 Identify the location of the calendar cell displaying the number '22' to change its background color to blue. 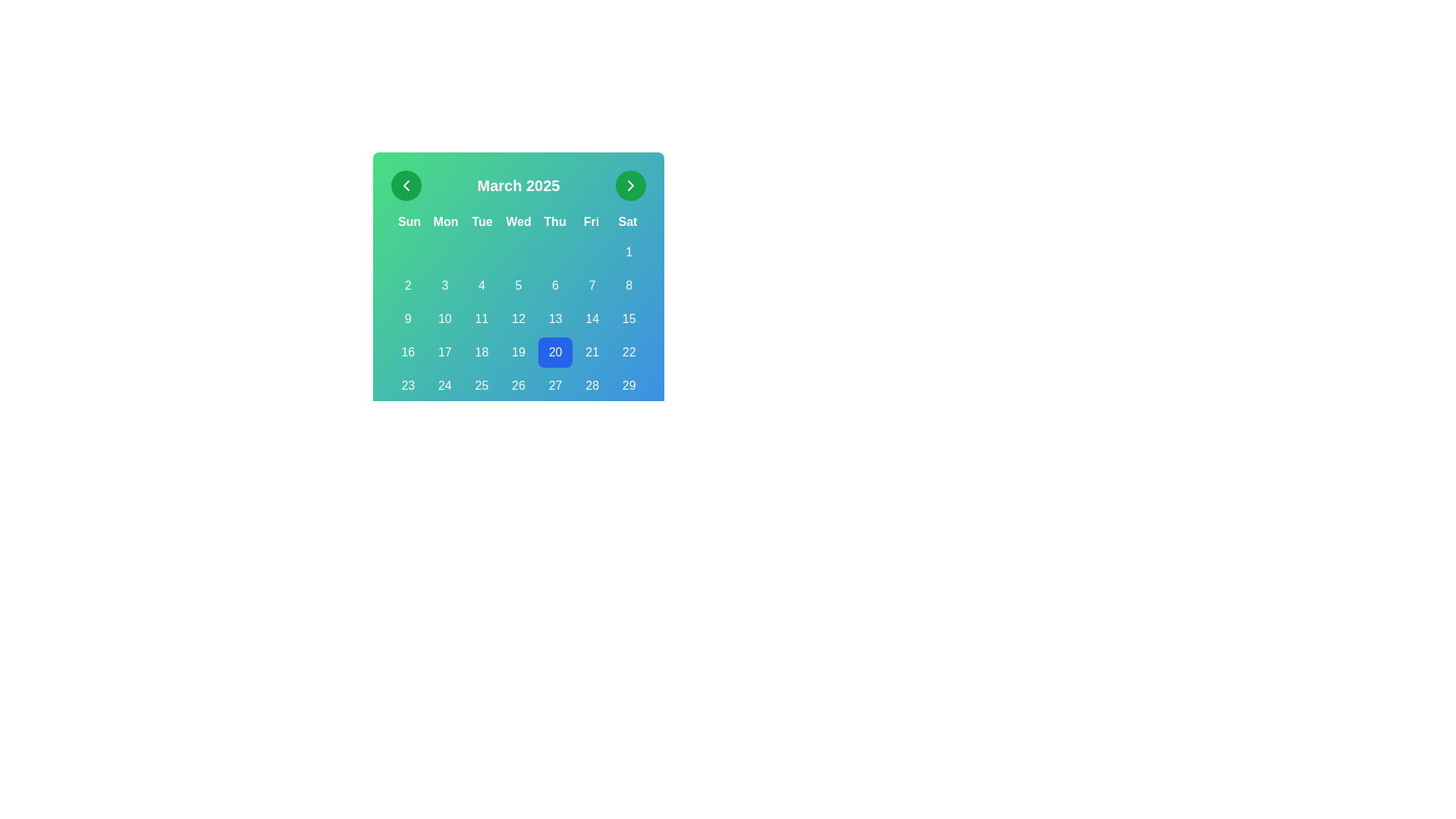
(629, 353).